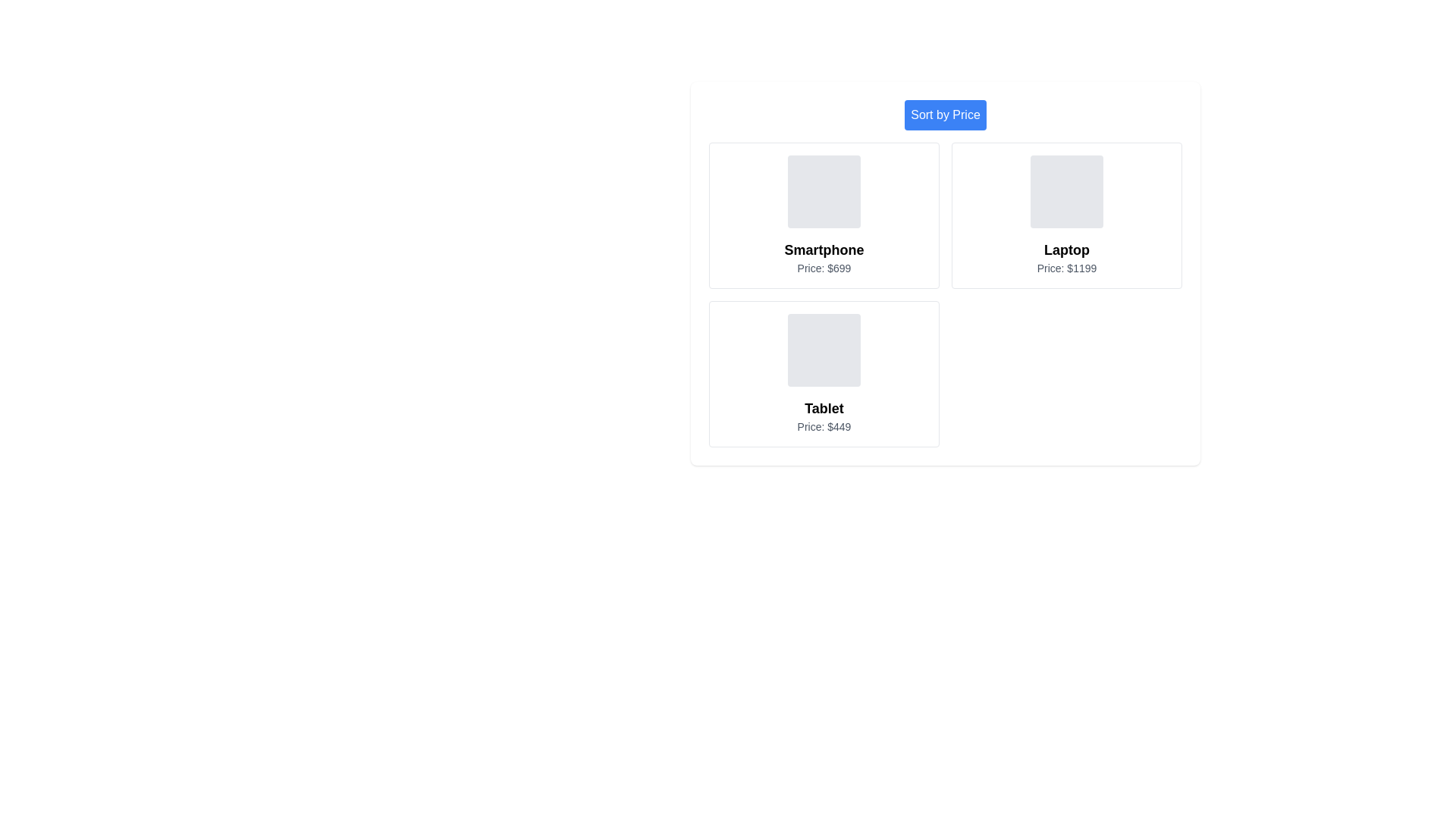 This screenshot has height=819, width=1456. What do you see at coordinates (823, 215) in the screenshot?
I see `the product card for Smartphone` at bounding box center [823, 215].